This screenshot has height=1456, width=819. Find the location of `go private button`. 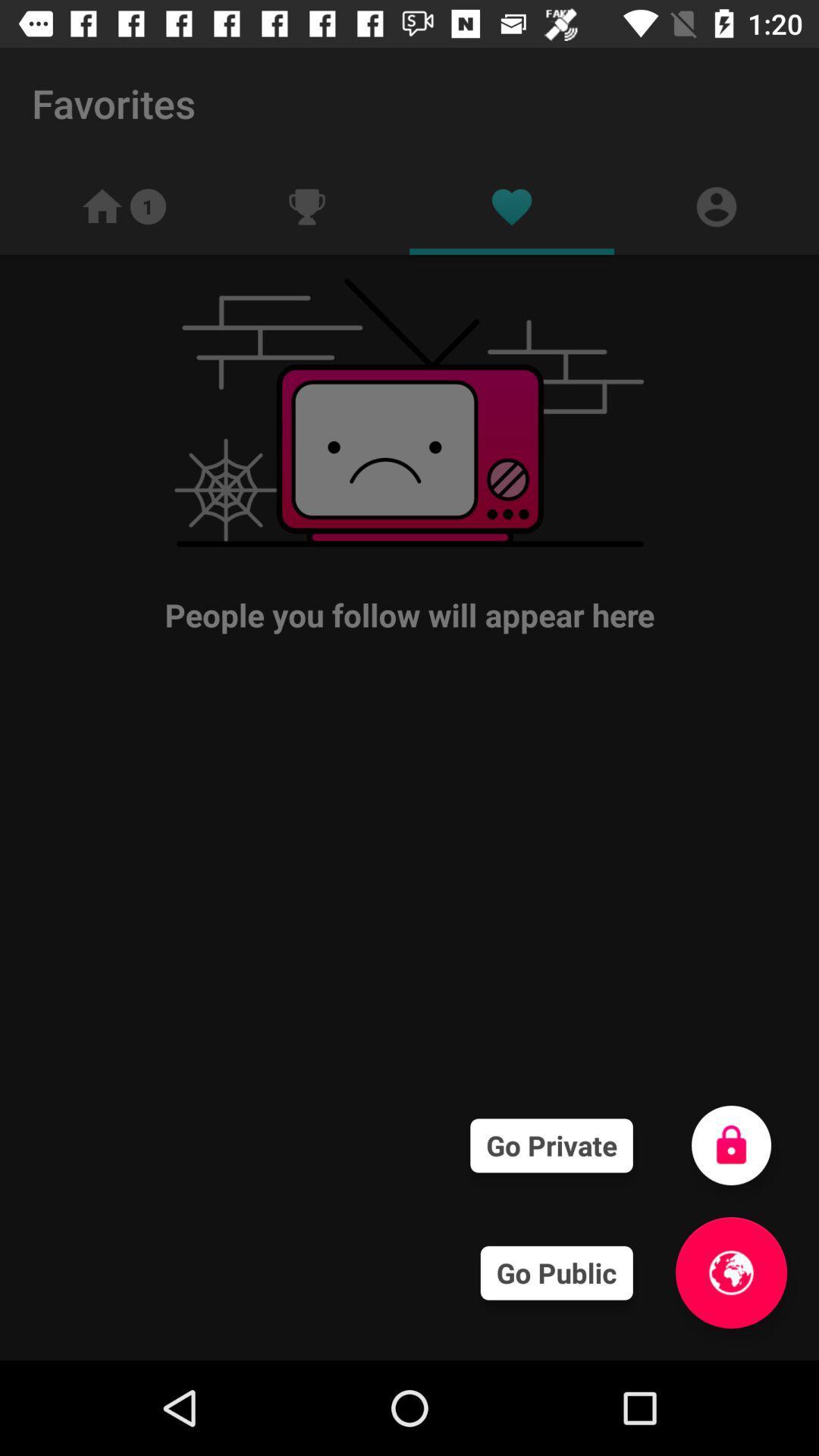

go private button is located at coordinates (730, 1145).